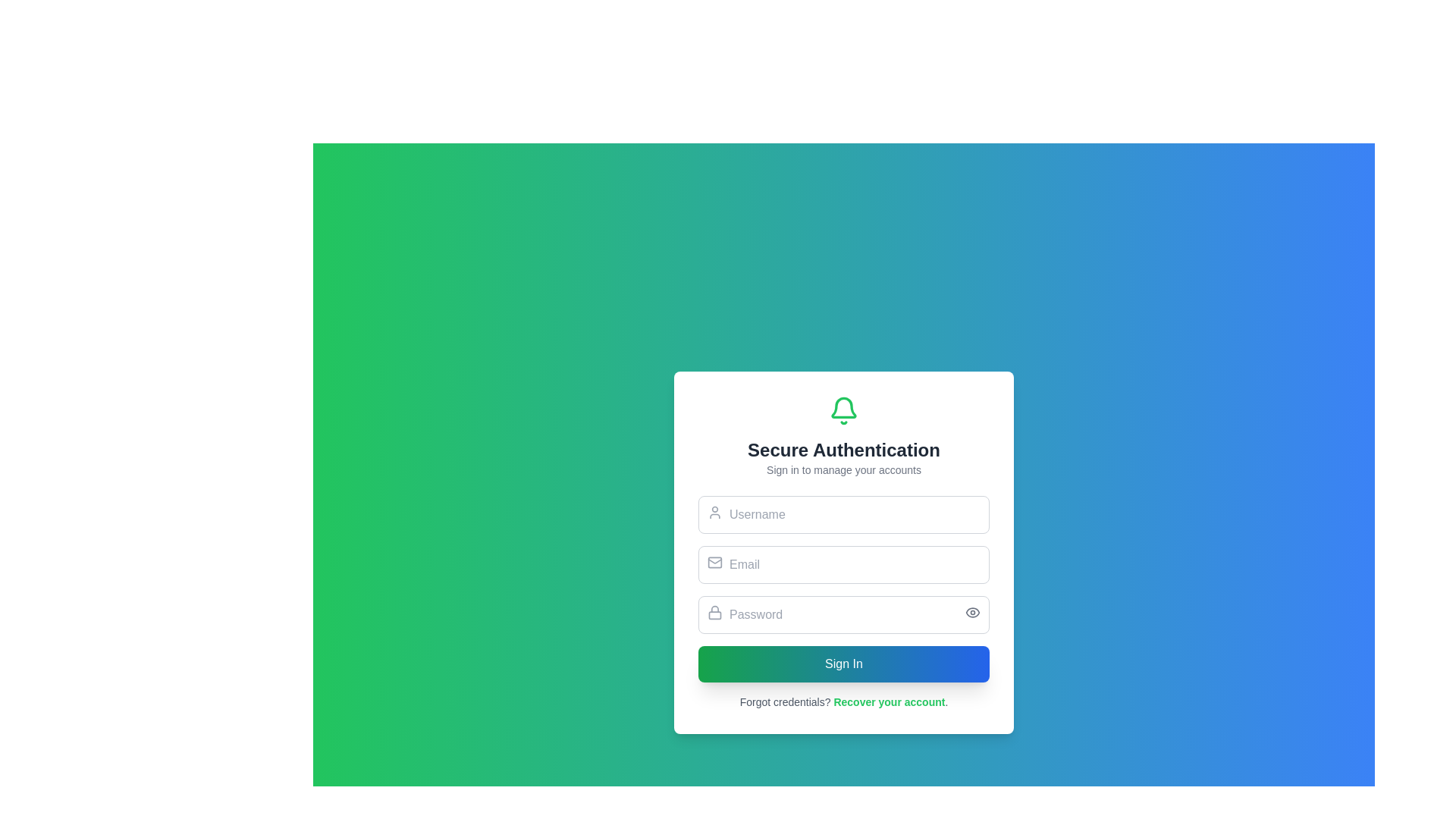 The height and width of the screenshot is (819, 1456). What do you see at coordinates (714, 562) in the screenshot?
I see `the central rectangular component of the envelope icon, which is part of the email input field's interface, located to the left of the placeholder text` at bounding box center [714, 562].